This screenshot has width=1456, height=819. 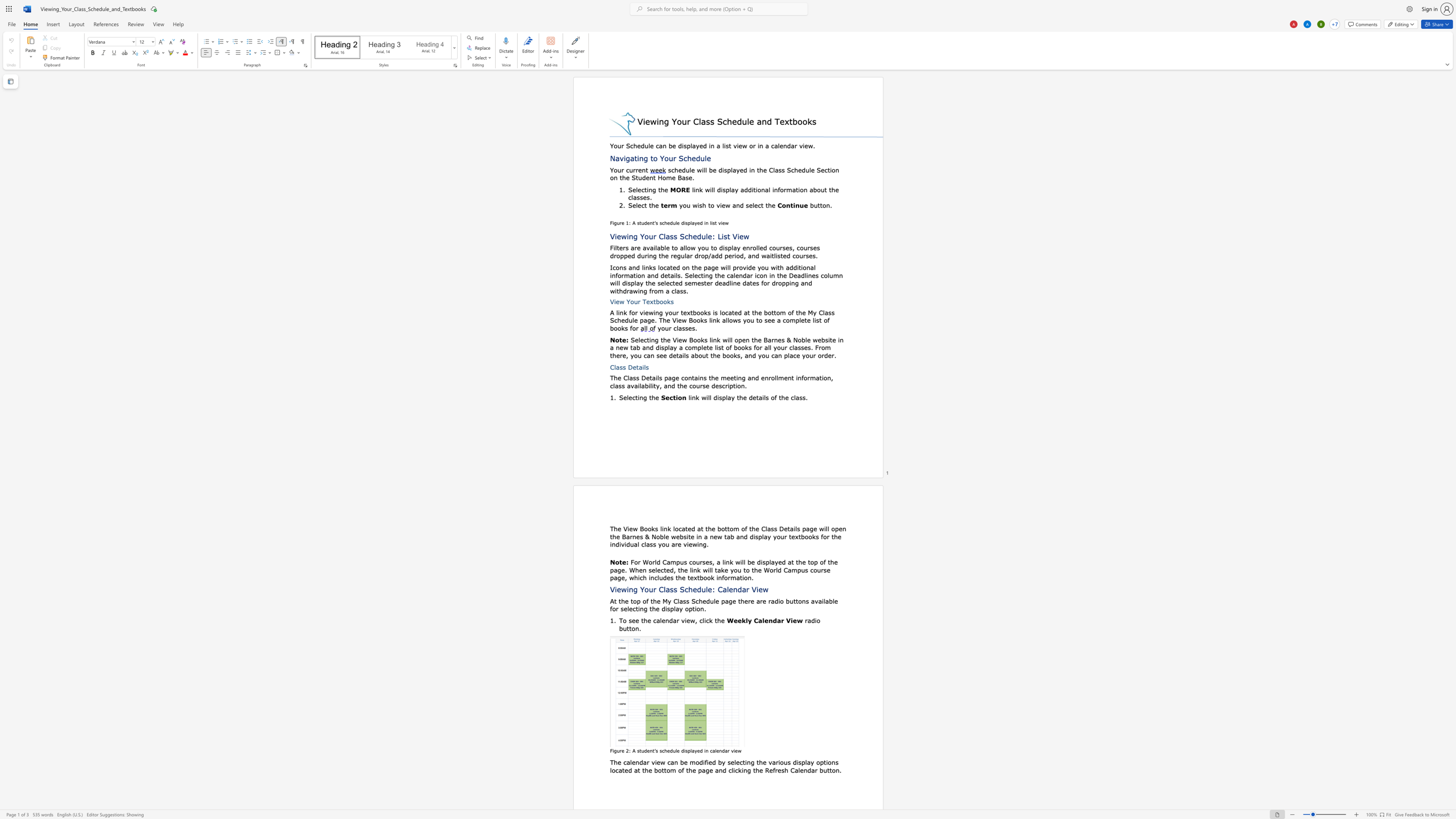 What do you see at coordinates (623, 629) in the screenshot?
I see `the space between the continuous character "b" and "u" in the text` at bounding box center [623, 629].